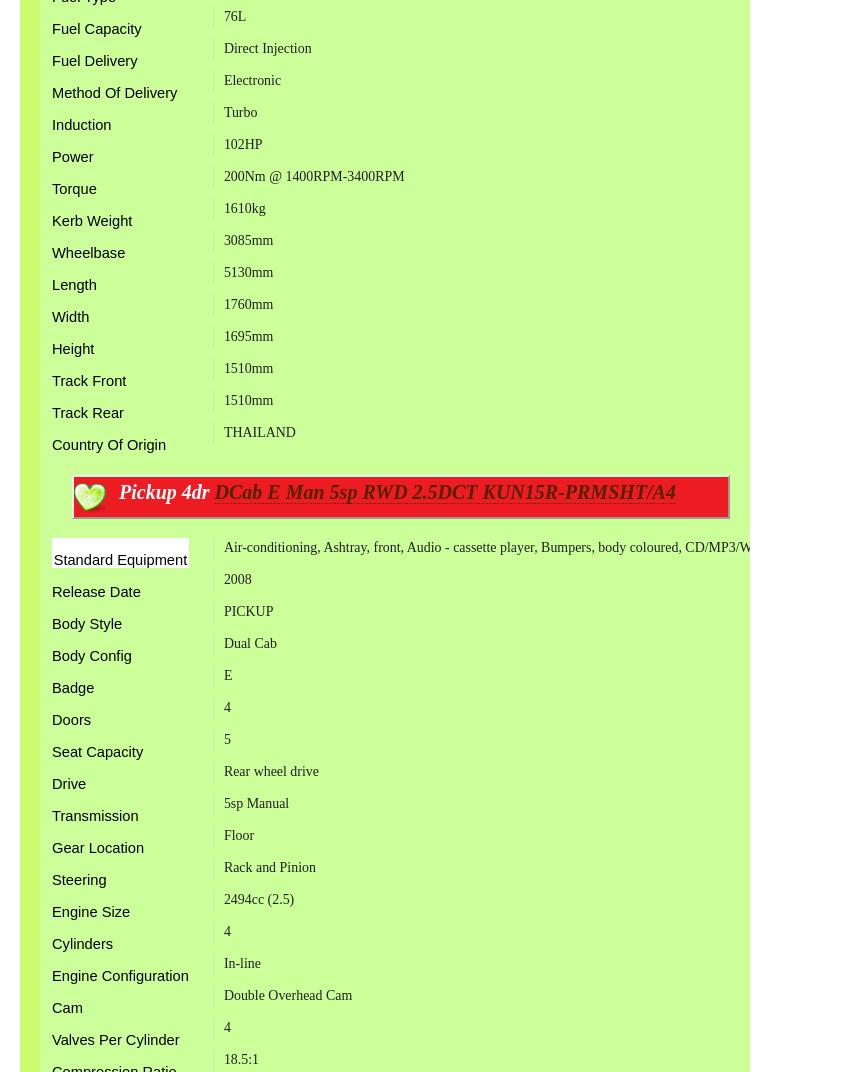 The image size is (845, 1072). What do you see at coordinates (51, 558) in the screenshot?
I see `'Standard Equipment'` at bounding box center [51, 558].